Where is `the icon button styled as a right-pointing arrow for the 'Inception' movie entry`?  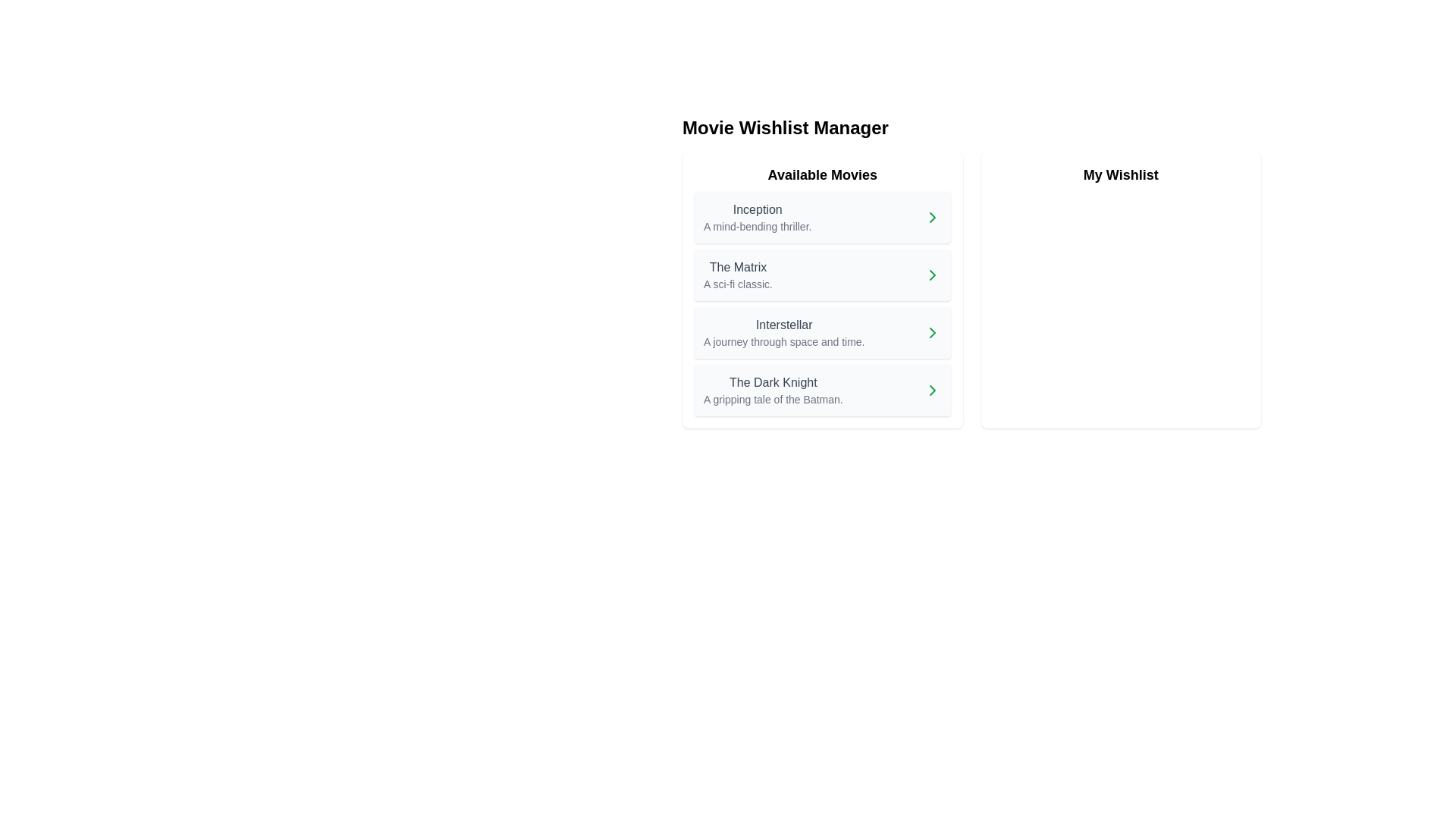 the icon button styled as a right-pointing arrow for the 'Inception' movie entry is located at coordinates (931, 217).